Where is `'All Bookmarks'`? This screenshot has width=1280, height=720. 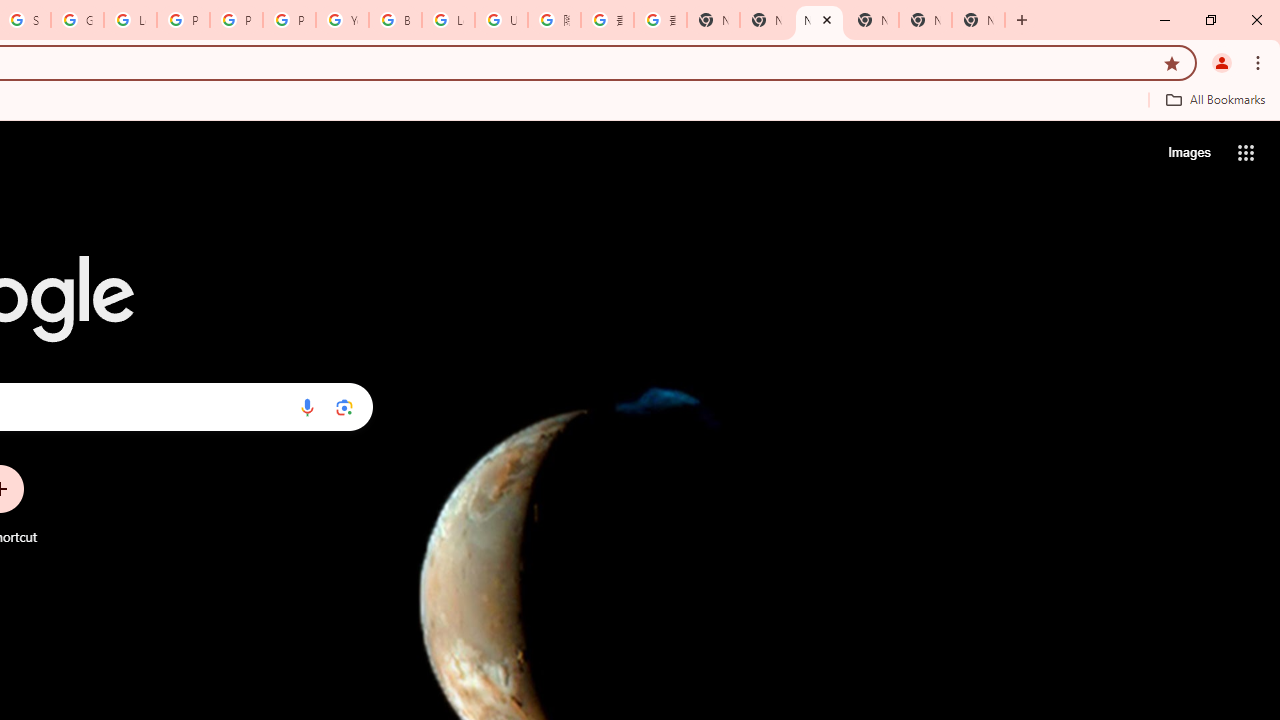 'All Bookmarks' is located at coordinates (1214, 99).